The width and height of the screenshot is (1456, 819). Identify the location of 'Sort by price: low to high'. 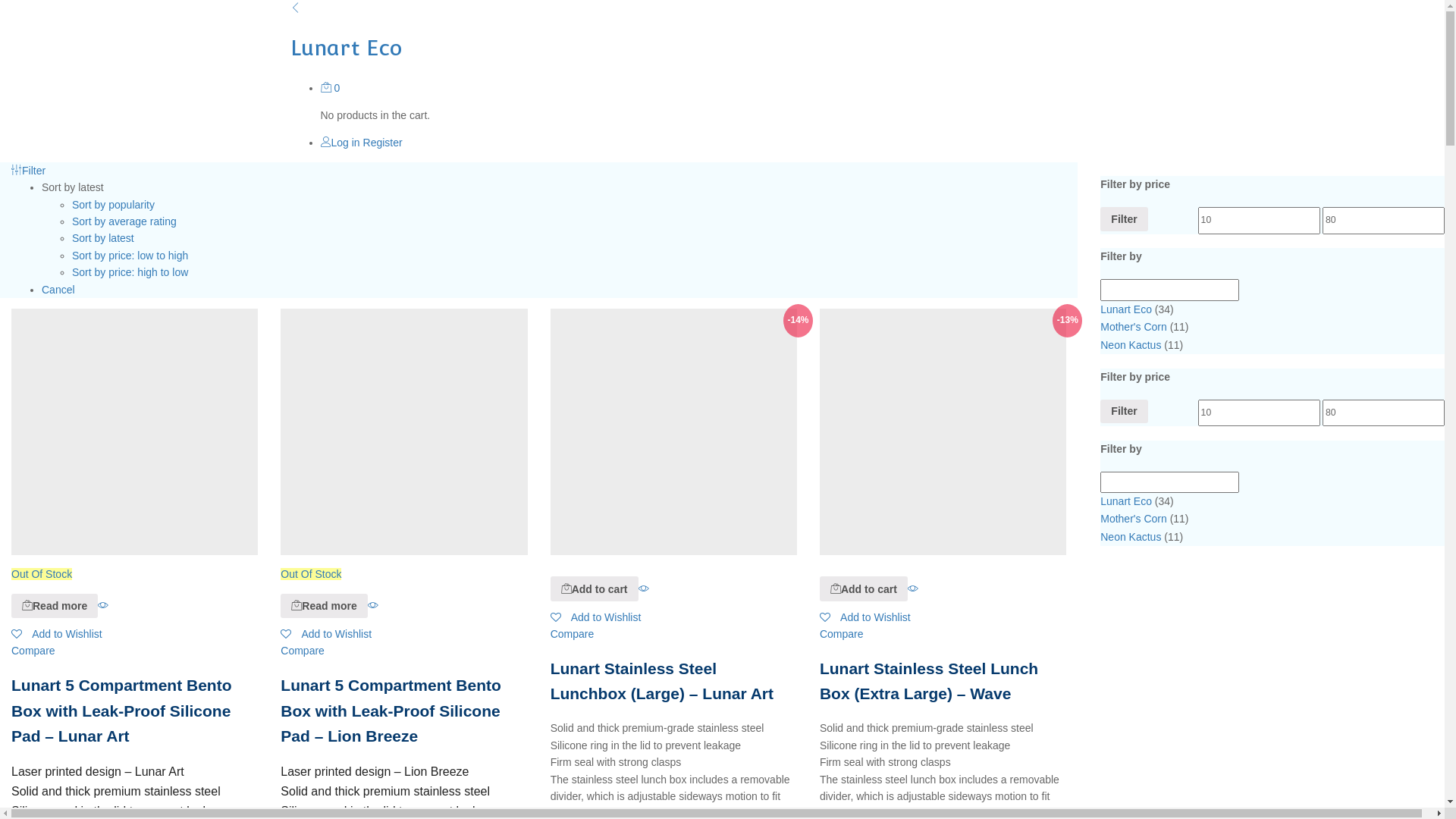
(130, 254).